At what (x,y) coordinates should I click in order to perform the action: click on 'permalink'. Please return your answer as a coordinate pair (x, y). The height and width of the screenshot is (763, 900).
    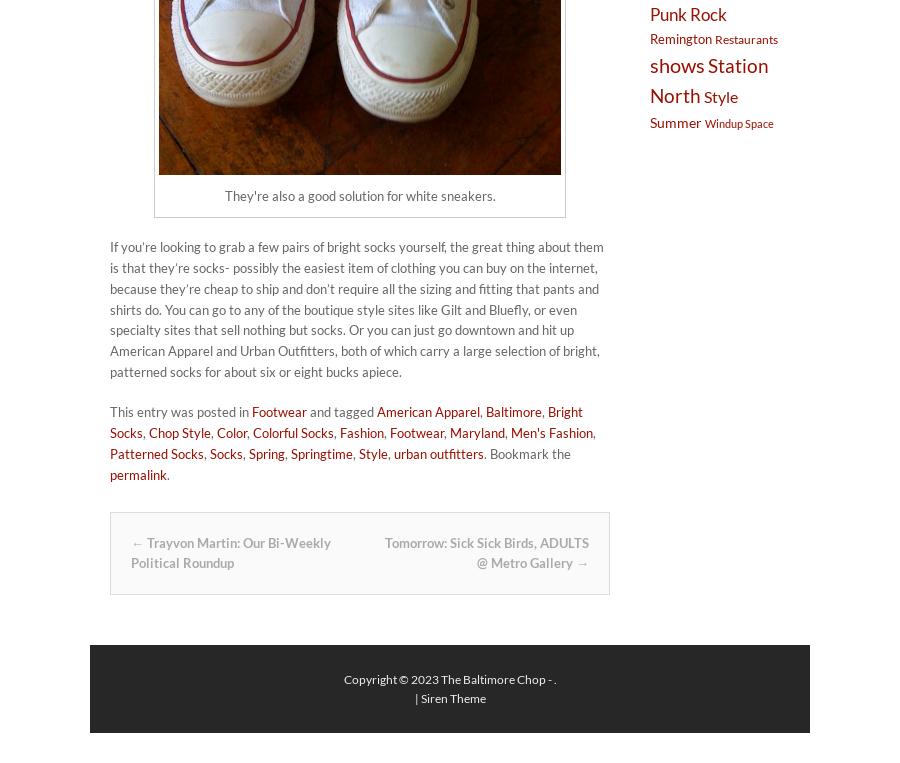
    Looking at the image, I should click on (138, 472).